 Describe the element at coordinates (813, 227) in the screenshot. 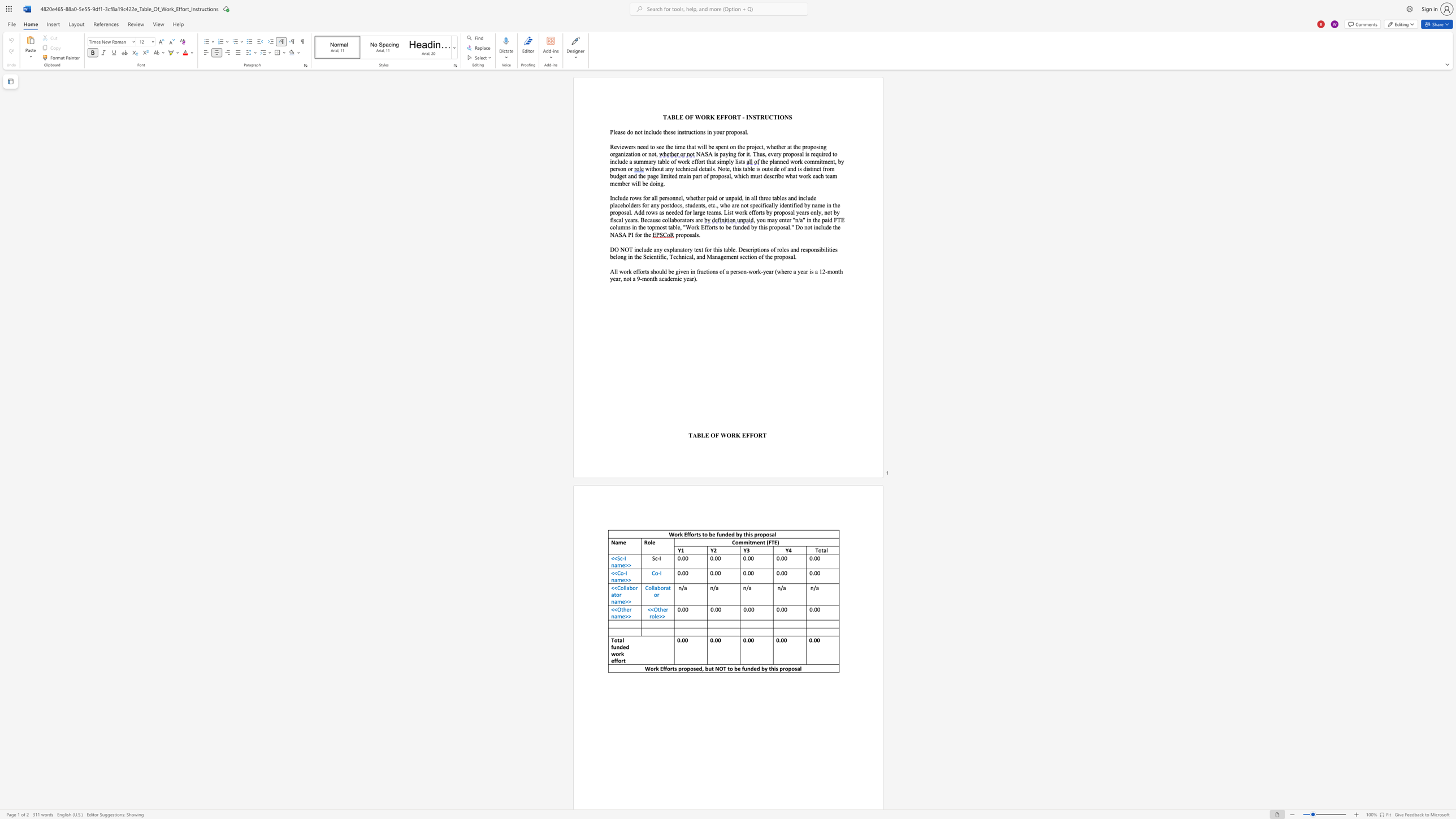

I see `the subset text "include the NASA PI for" within the text ", you may enter"` at that location.